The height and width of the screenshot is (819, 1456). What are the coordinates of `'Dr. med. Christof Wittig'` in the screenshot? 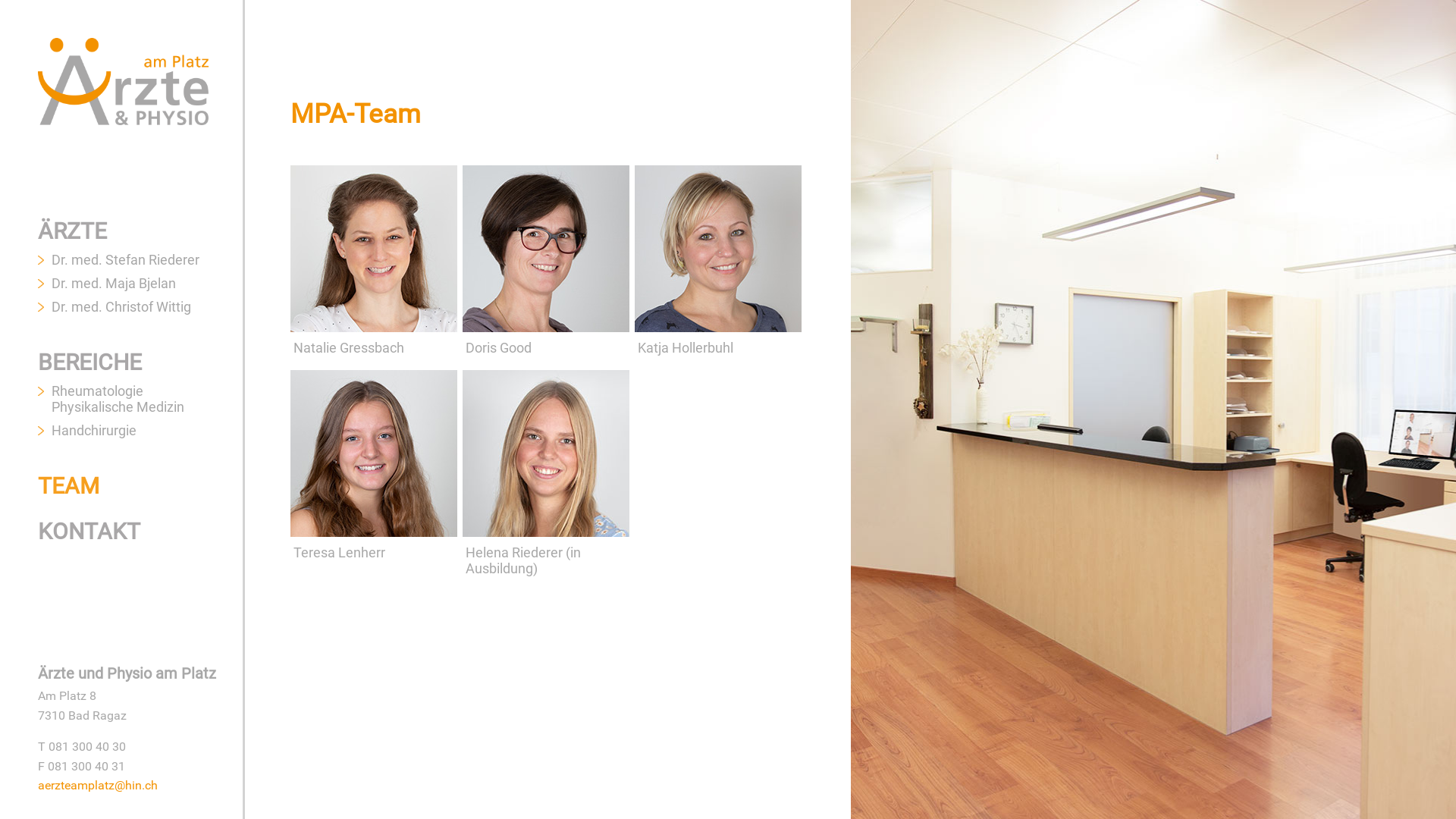 It's located at (120, 306).